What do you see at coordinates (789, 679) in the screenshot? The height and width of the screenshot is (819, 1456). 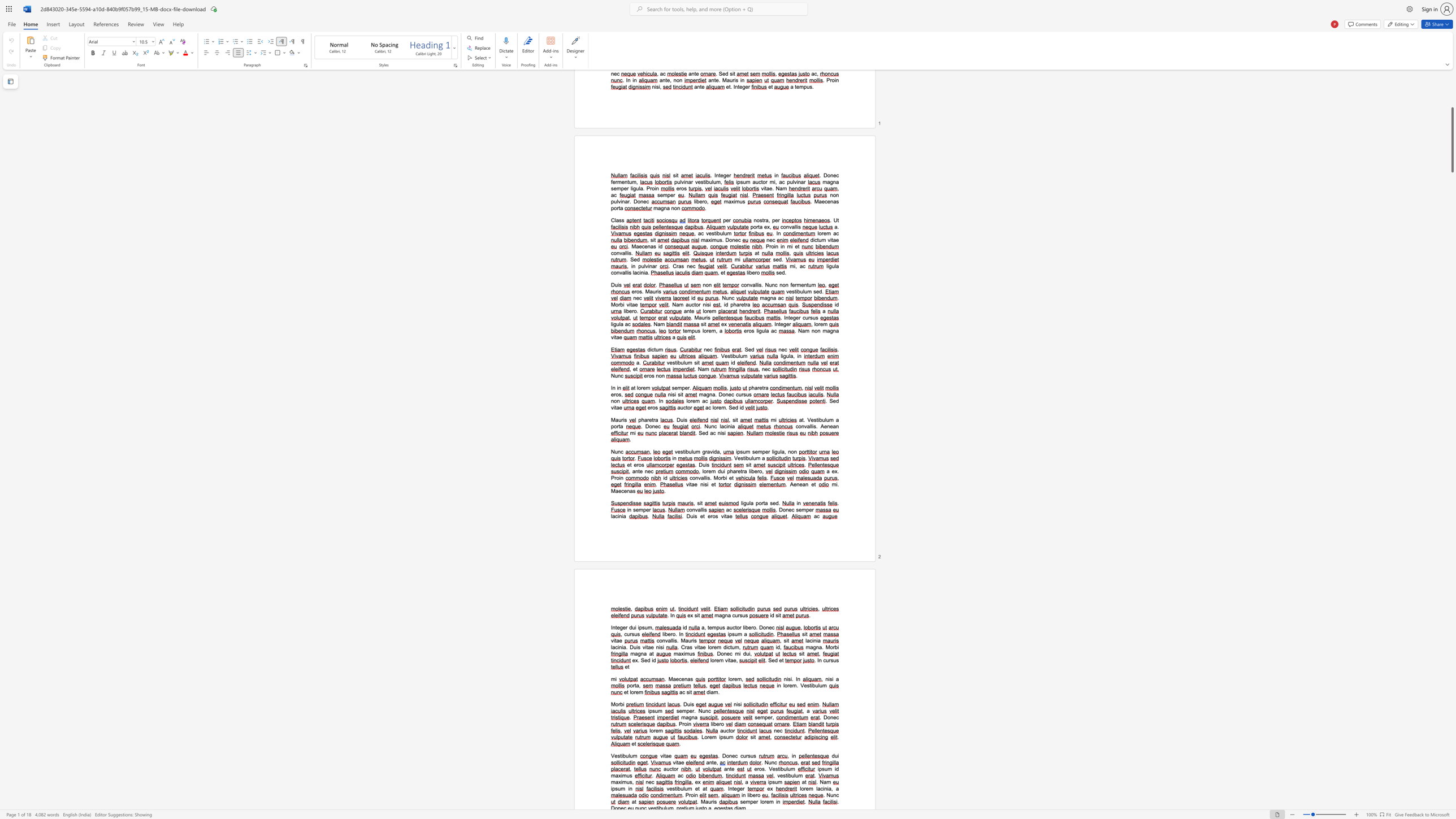 I see `the 1th character "s" in the text` at bounding box center [789, 679].